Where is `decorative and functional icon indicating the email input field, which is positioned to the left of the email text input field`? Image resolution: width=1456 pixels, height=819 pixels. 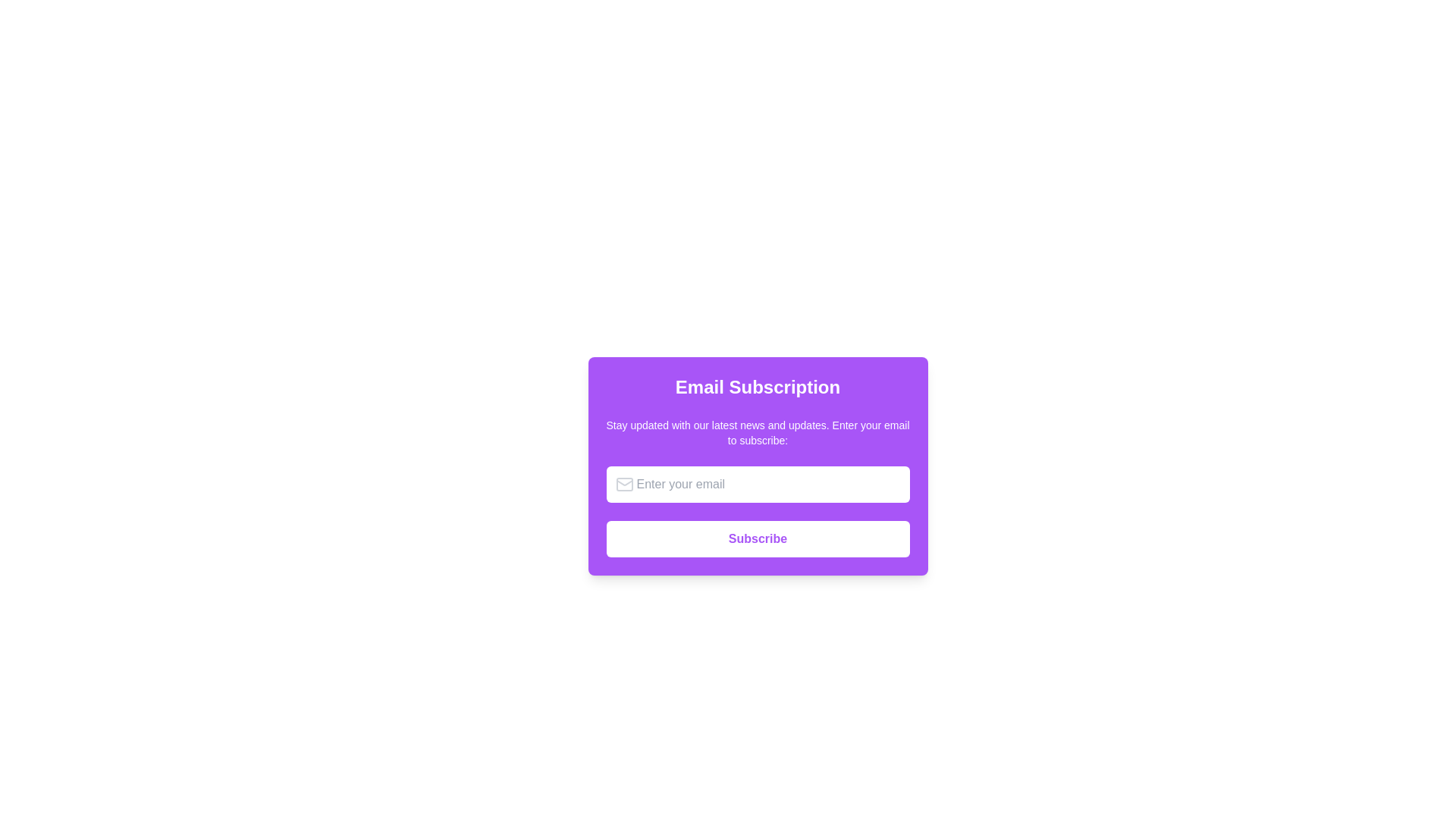
decorative and functional icon indicating the email input field, which is positioned to the left of the email text input field is located at coordinates (624, 485).